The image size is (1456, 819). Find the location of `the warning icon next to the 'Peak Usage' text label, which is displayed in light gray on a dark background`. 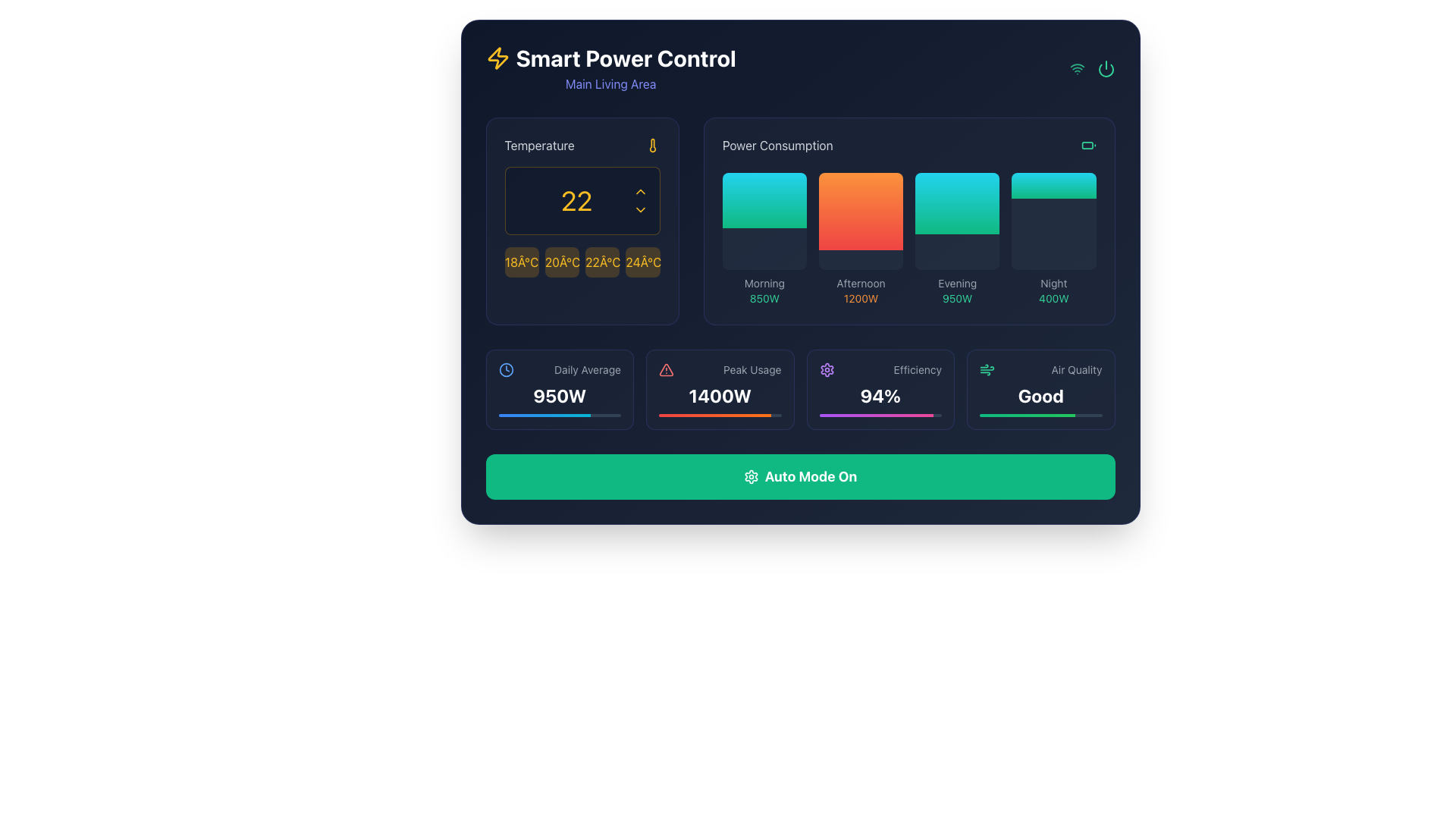

the warning icon next to the 'Peak Usage' text label, which is displayed in light gray on a dark background is located at coordinates (719, 370).